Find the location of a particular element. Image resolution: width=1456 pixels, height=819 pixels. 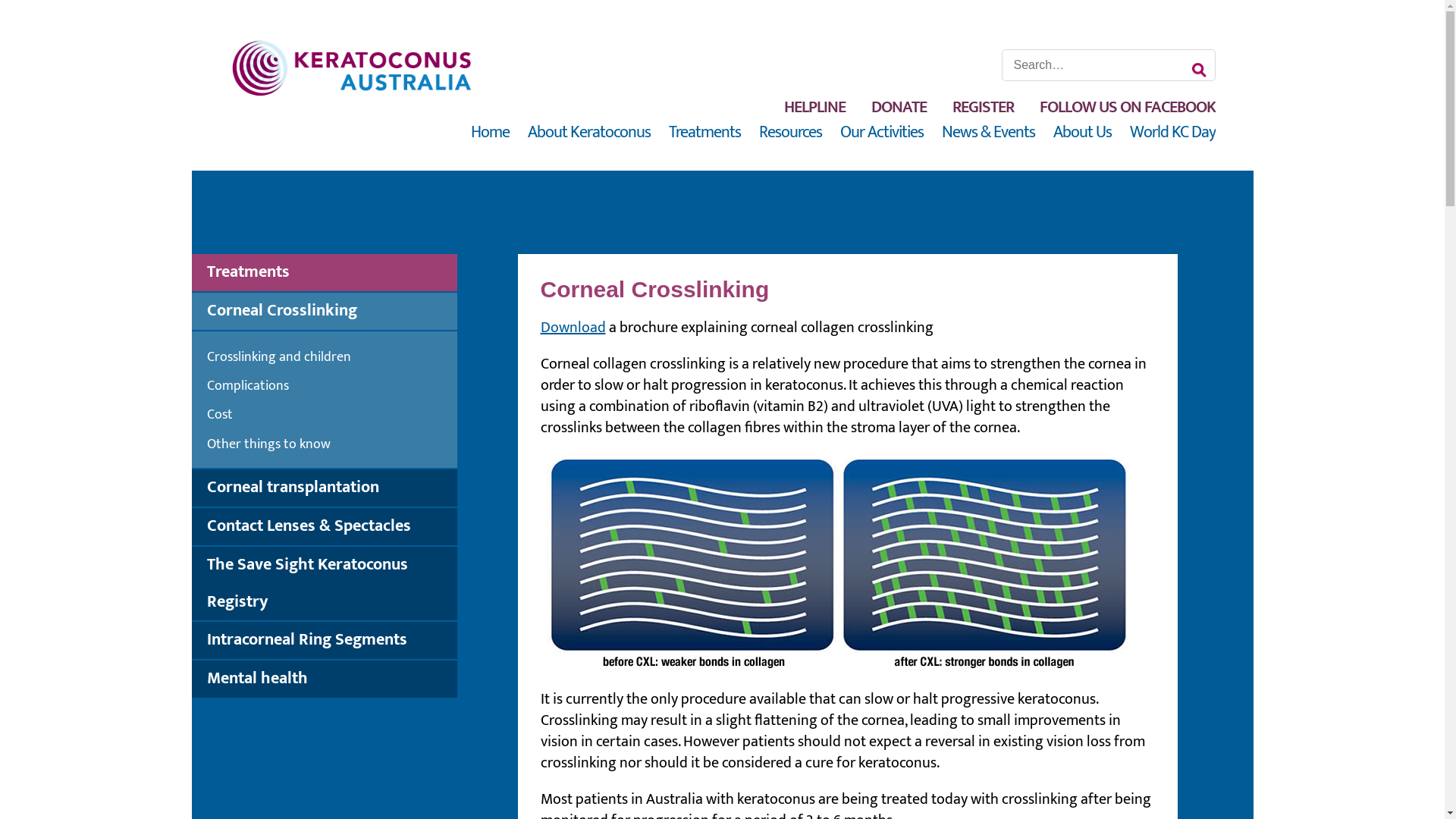

'Resources' is located at coordinates (789, 131).